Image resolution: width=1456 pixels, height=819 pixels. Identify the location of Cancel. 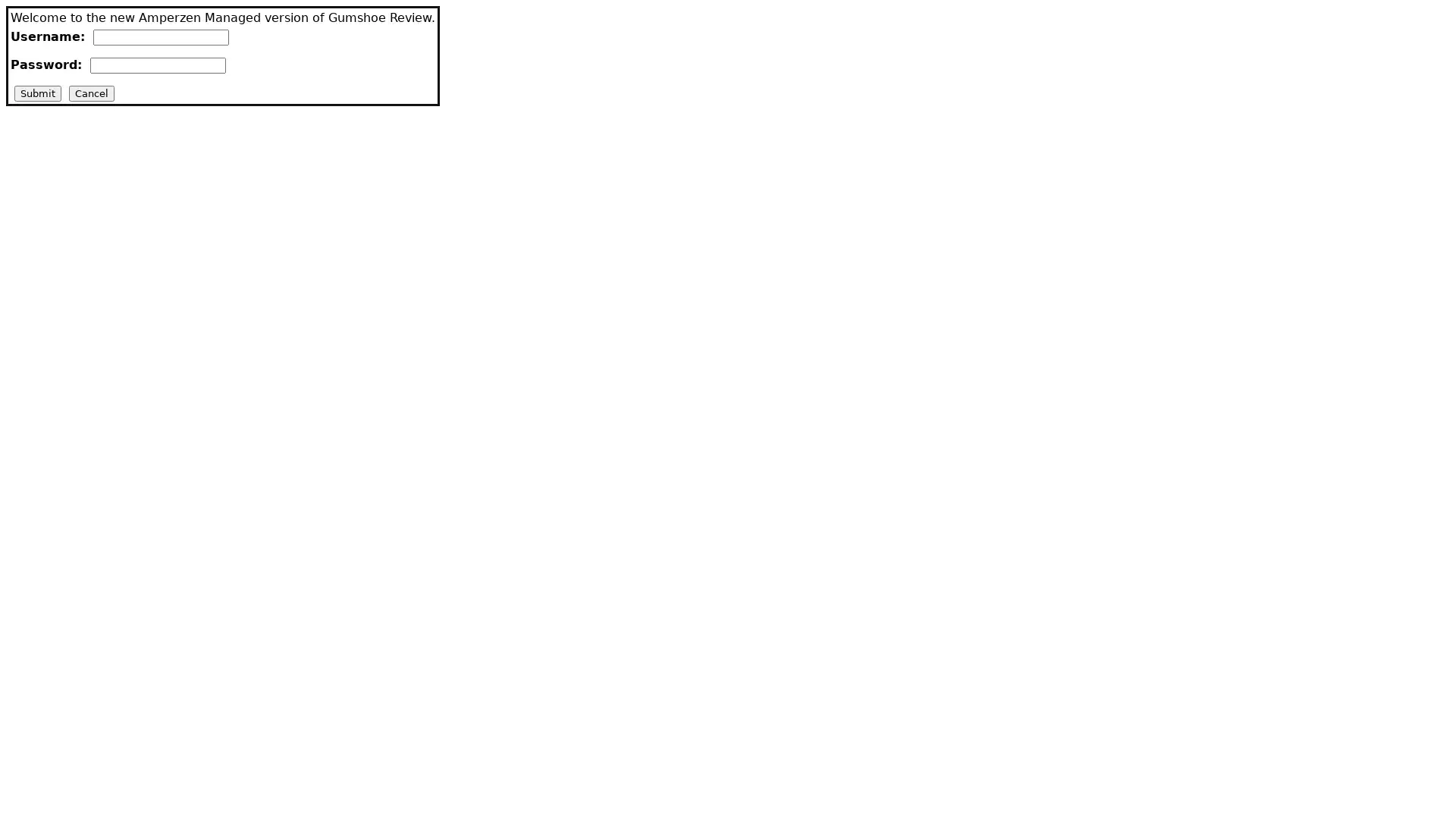
(90, 93).